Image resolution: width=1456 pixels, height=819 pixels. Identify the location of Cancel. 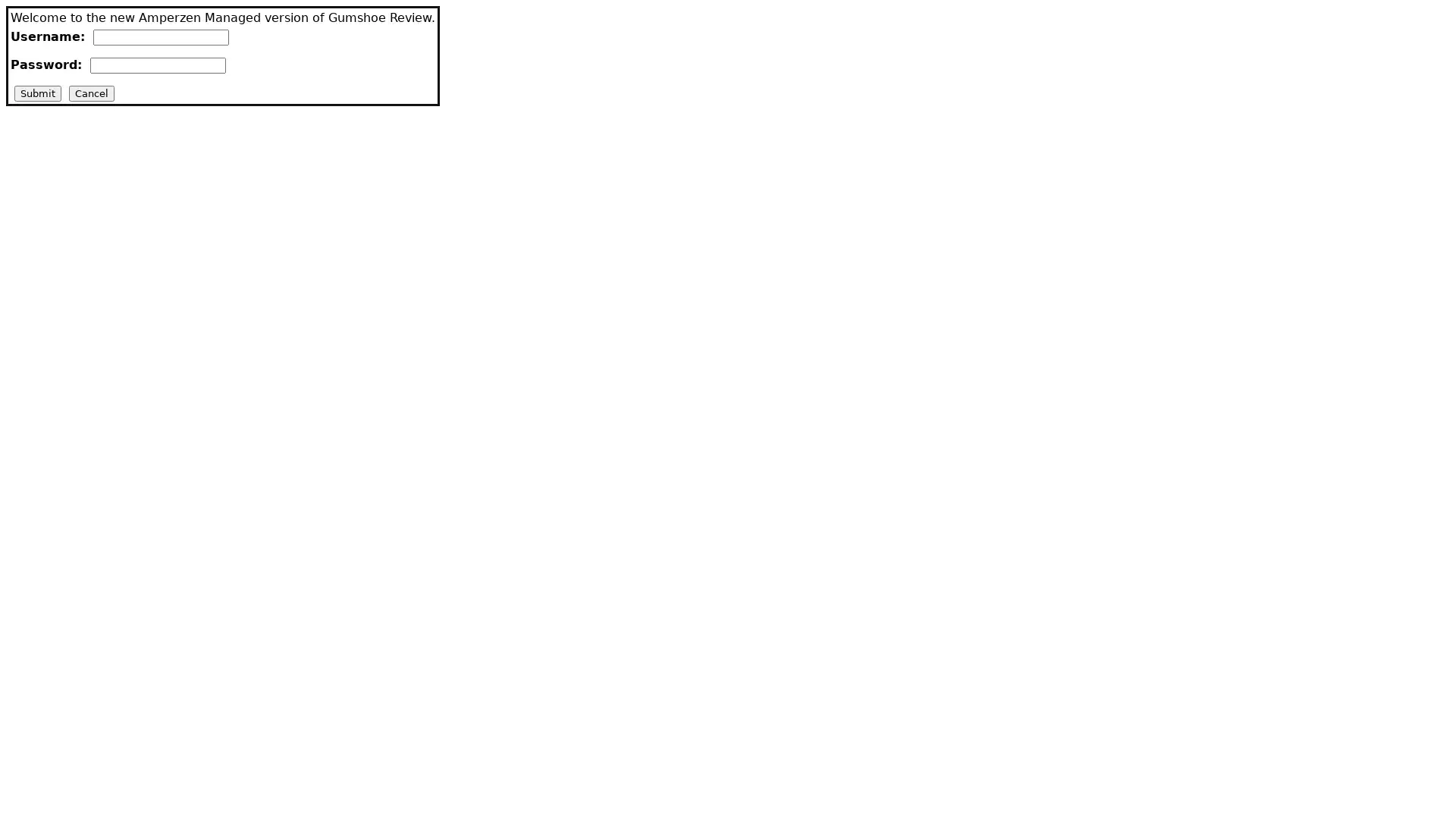
(90, 93).